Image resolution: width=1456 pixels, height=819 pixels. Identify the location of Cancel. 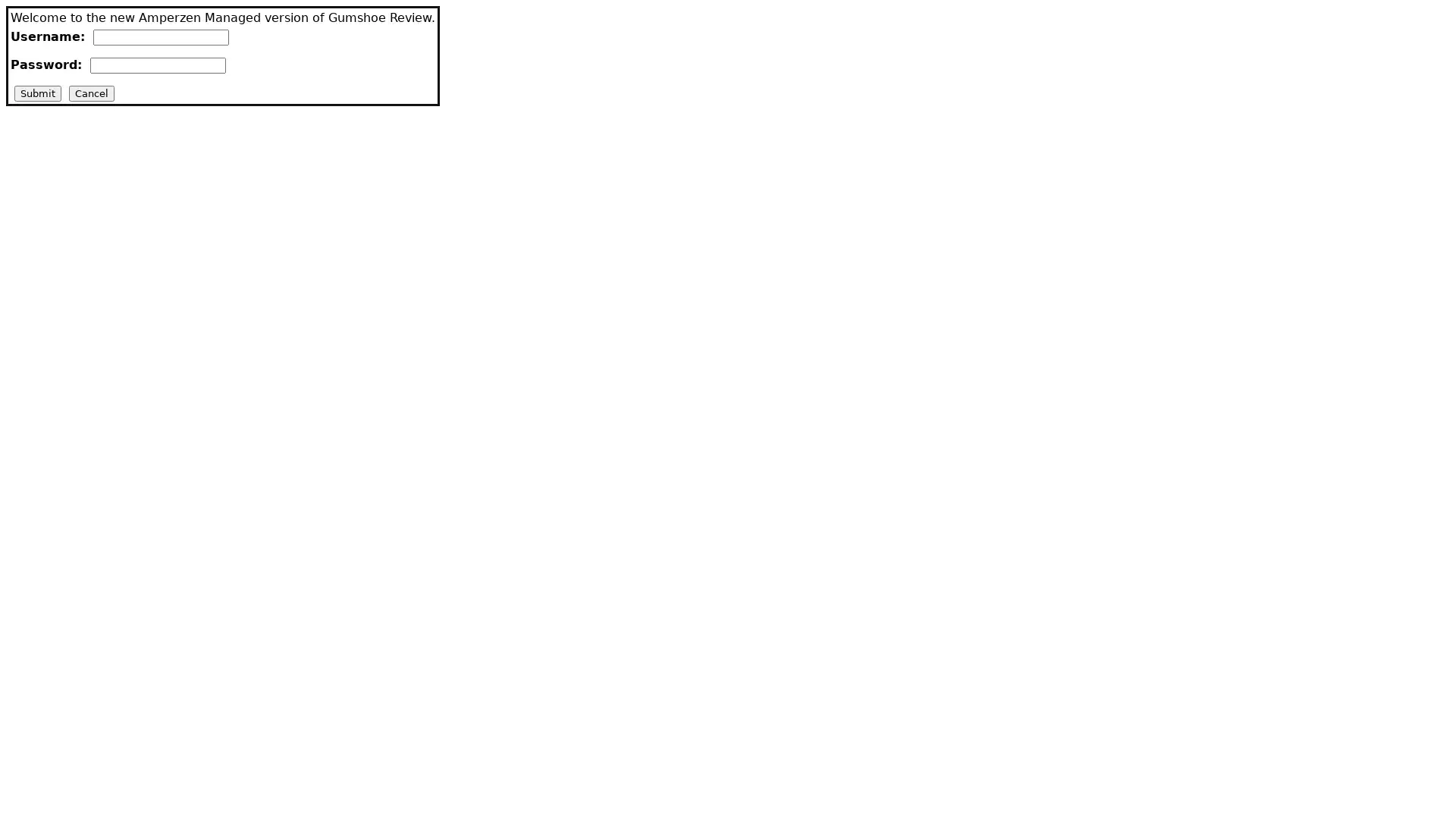
(90, 93).